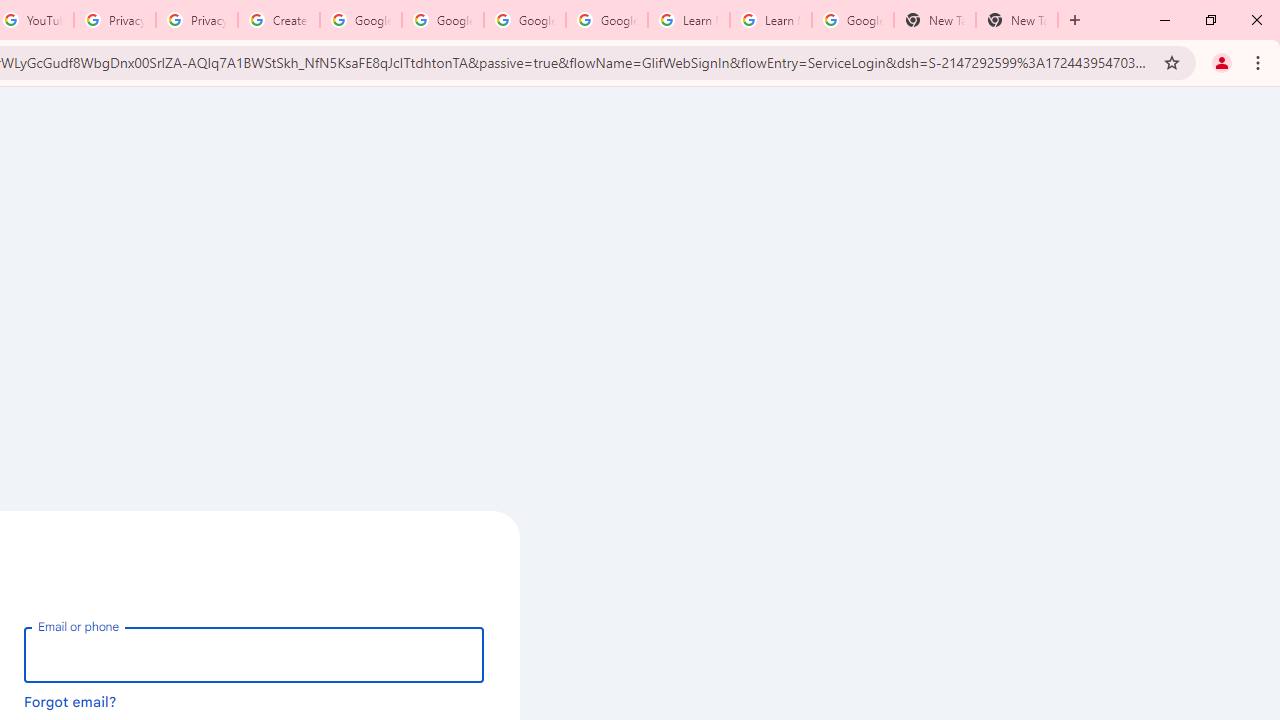 This screenshot has height=720, width=1280. What do you see at coordinates (852, 20) in the screenshot?
I see `'Google Account'` at bounding box center [852, 20].